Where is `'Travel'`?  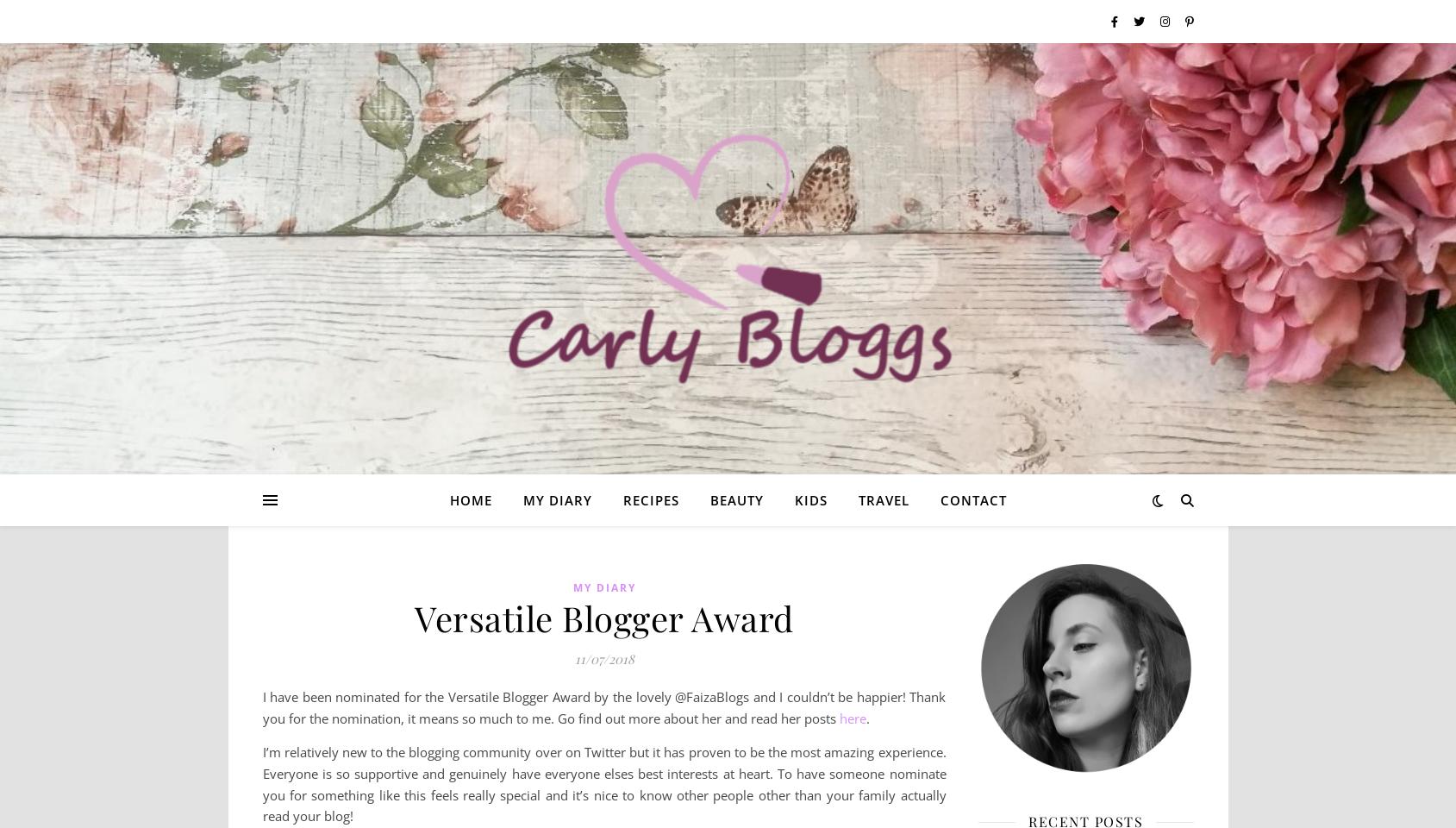 'Travel' is located at coordinates (856, 500).